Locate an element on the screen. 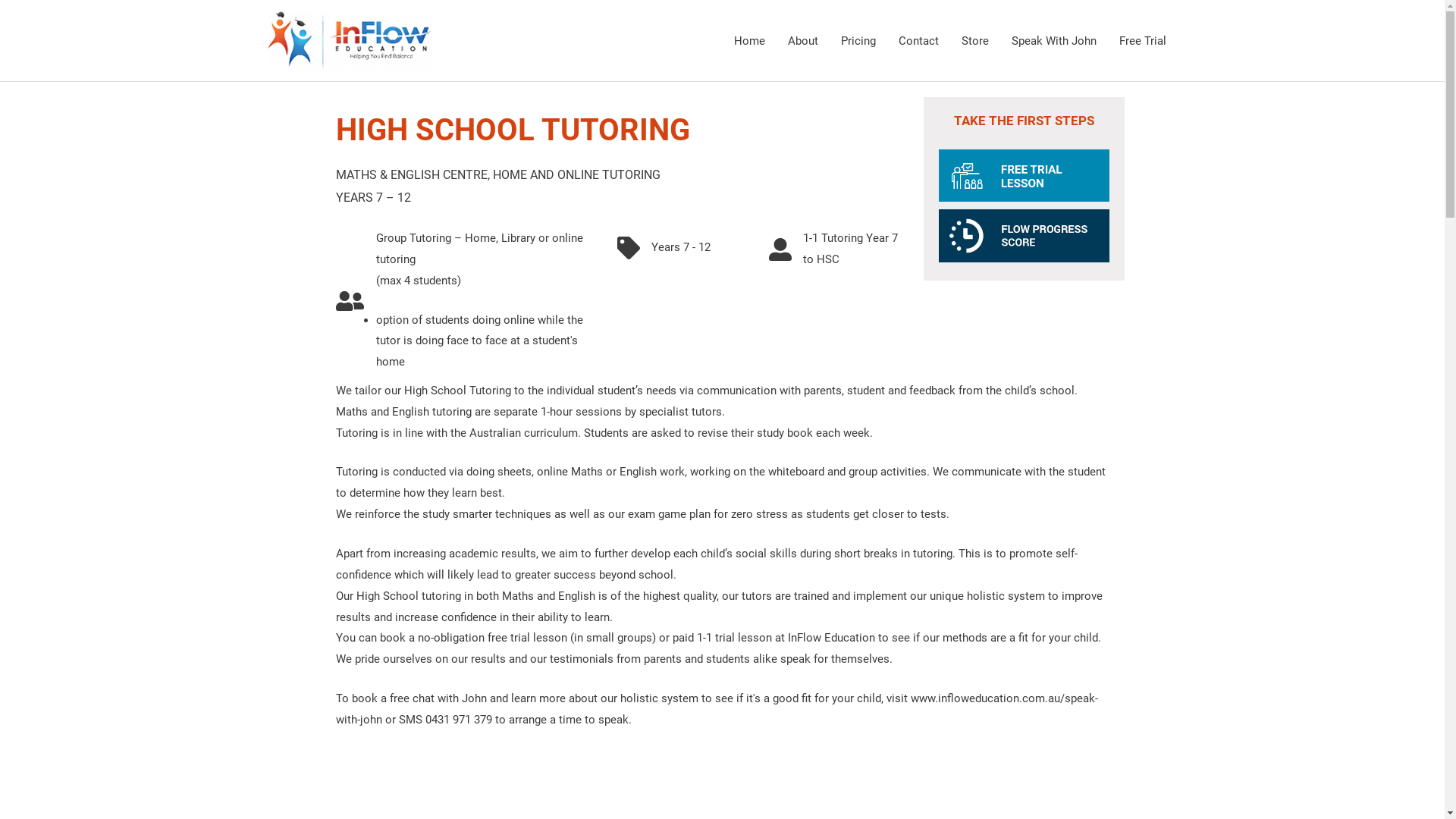  'Pricing' is located at coordinates (858, 39).